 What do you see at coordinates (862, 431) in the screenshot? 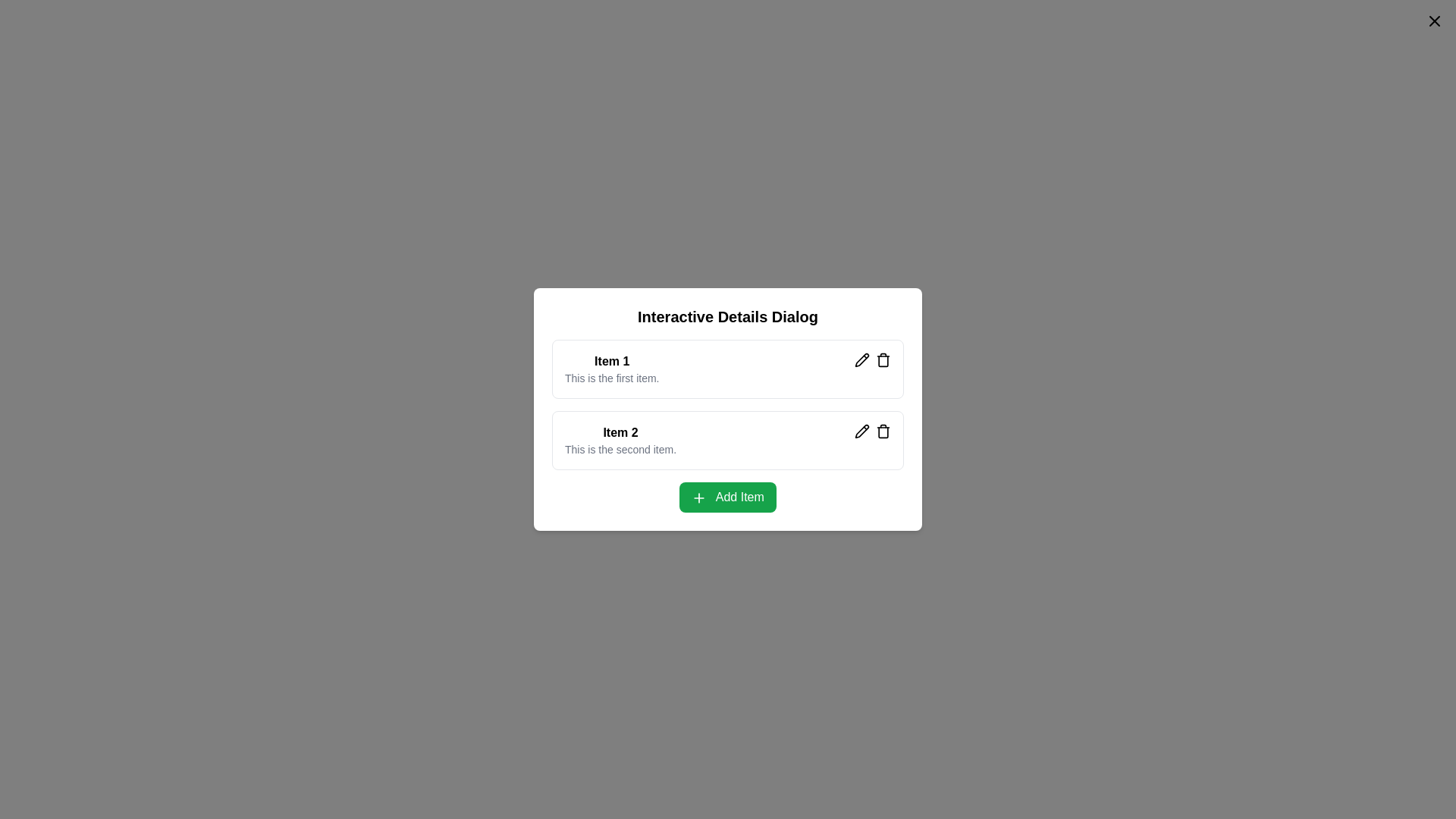
I see `the pencil icon button, which represents the edit action` at bounding box center [862, 431].